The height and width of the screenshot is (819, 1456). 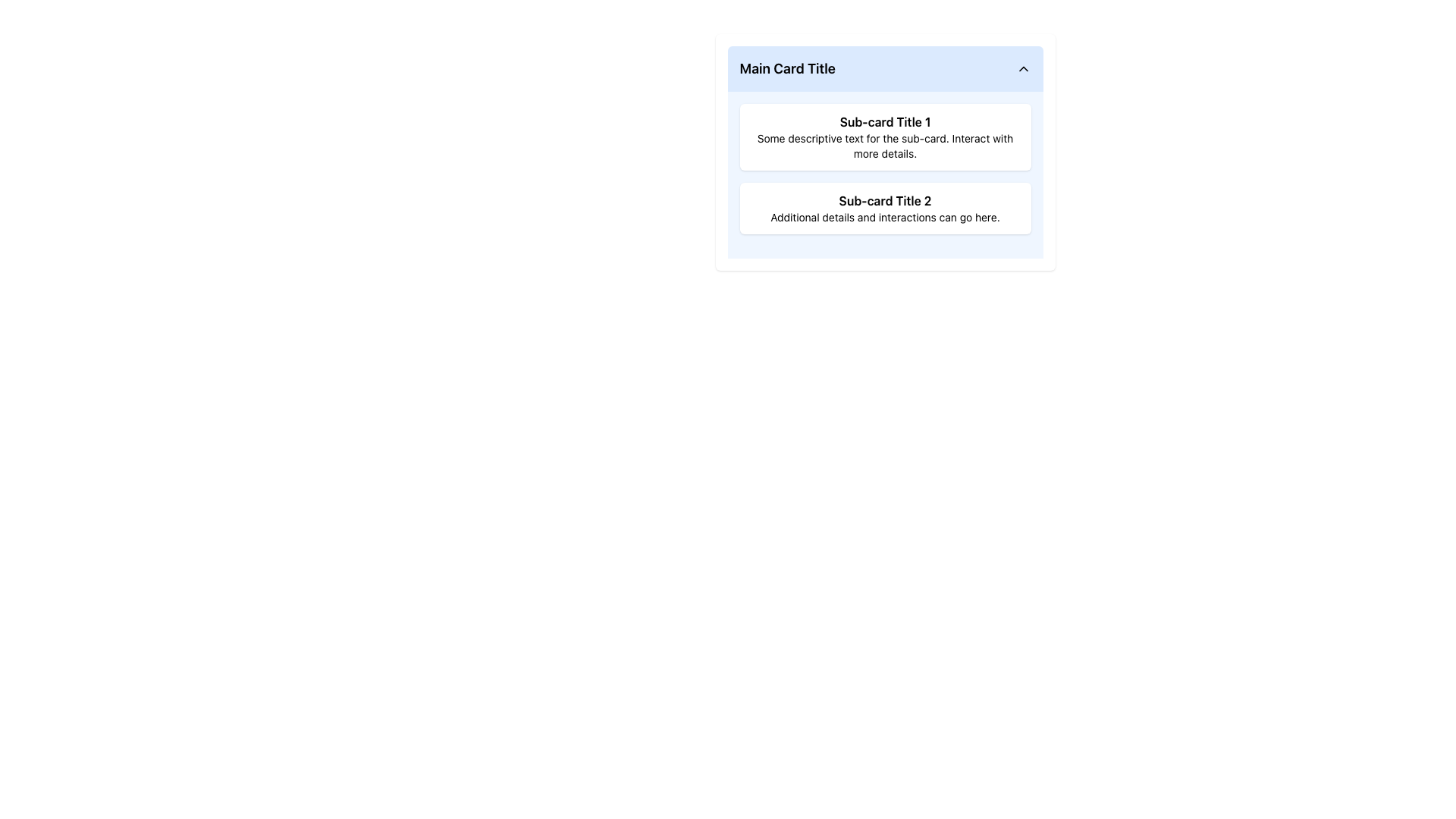 What do you see at coordinates (885, 137) in the screenshot?
I see `descriptive text in the first sub-card titled 'Sub-card Title 1', which is styled in a white rectangular box with a shadow effect` at bounding box center [885, 137].